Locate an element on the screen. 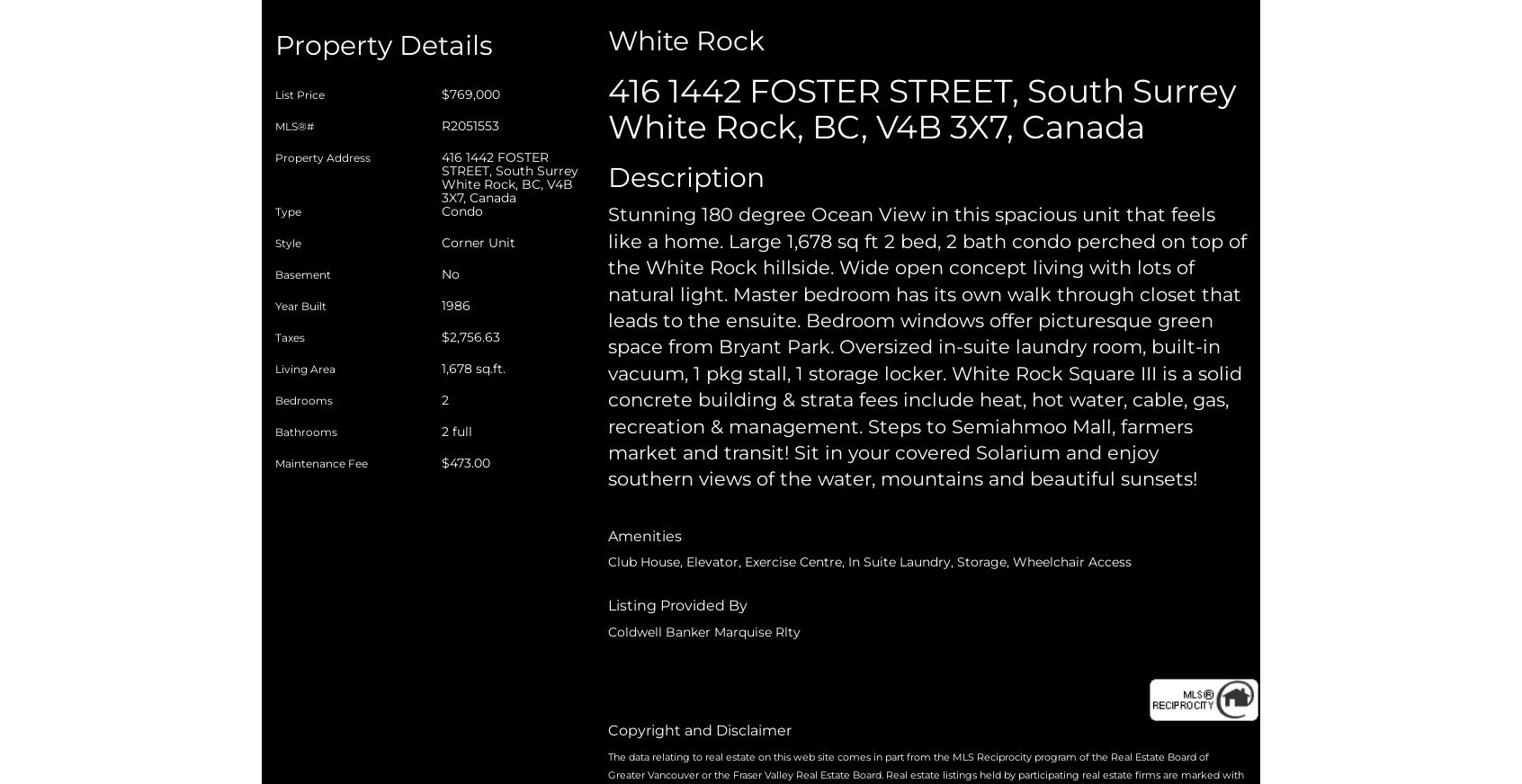 This screenshot has height=784, width=1522. 'Description' is located at coordinates (685, 177).